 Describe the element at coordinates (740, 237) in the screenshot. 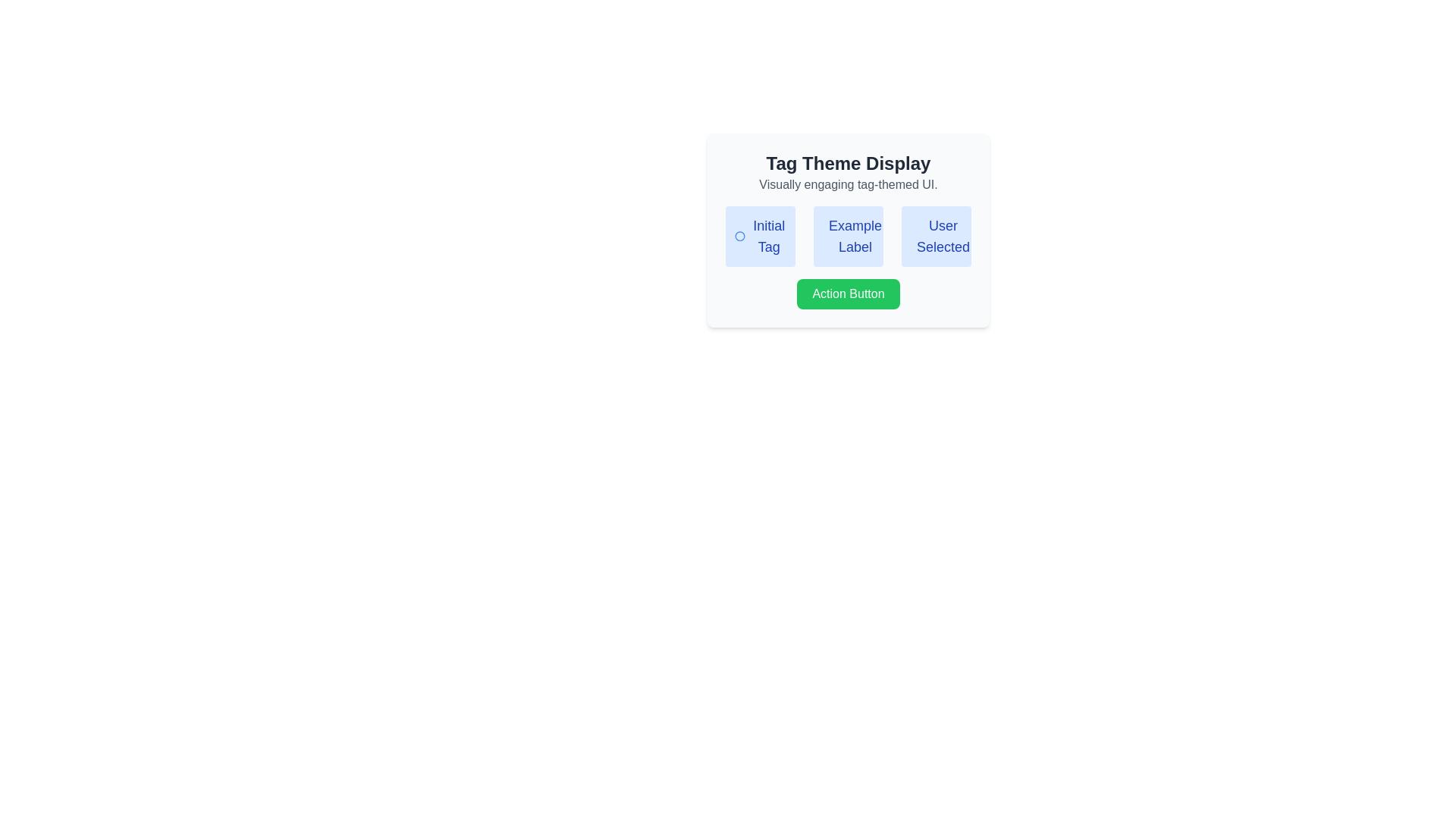

I see `the SVG Circle element located inside the 'Initial Tag' label in the top row of labels` at that location.